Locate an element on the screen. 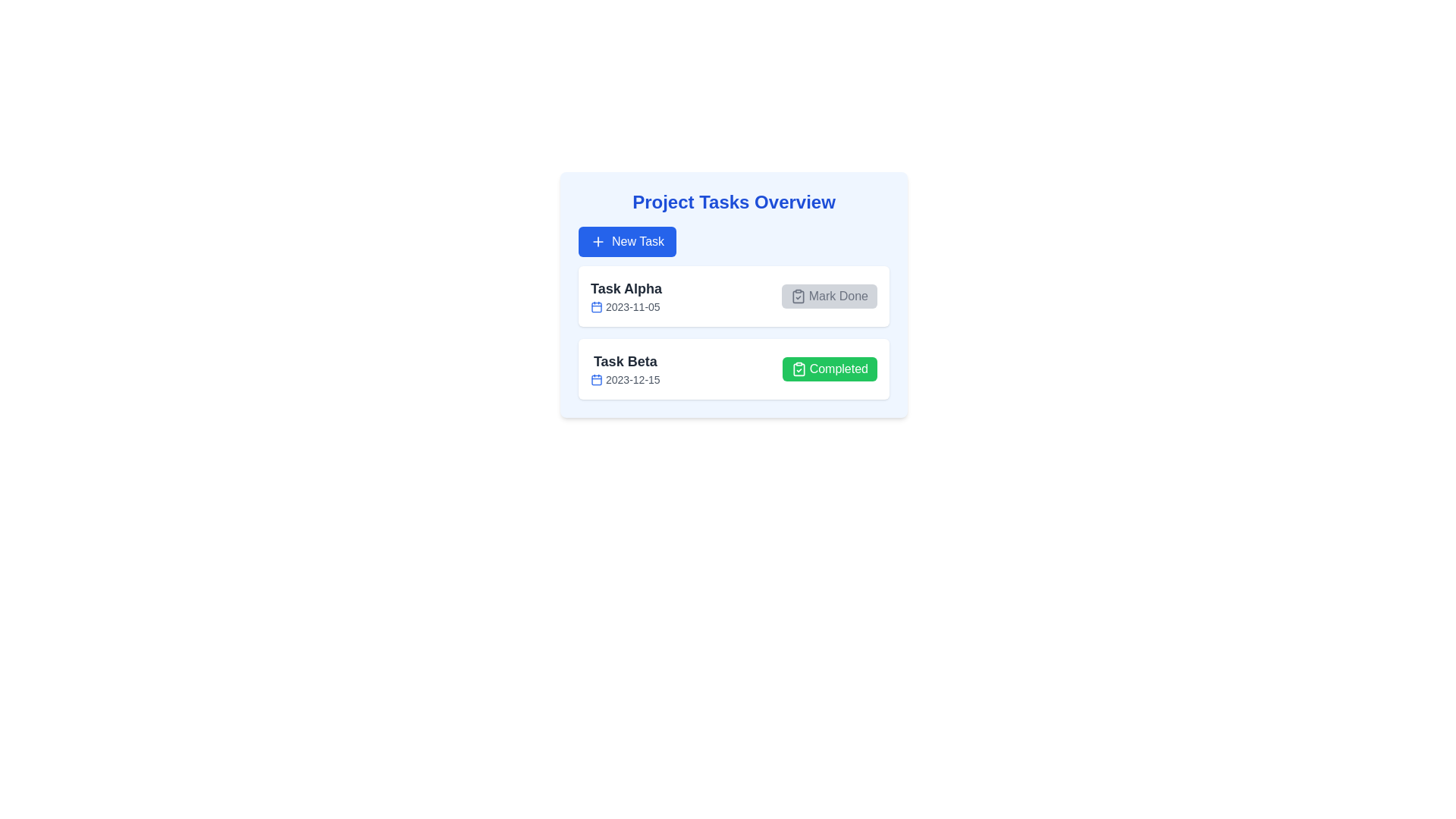 Image resolution: width=1456 pixels, height=819 pixels. the 'Create New Task' button located at the top-left corner of the 'Project Tasks Overview' card to change its visual state is located at coordinates (627, 241).